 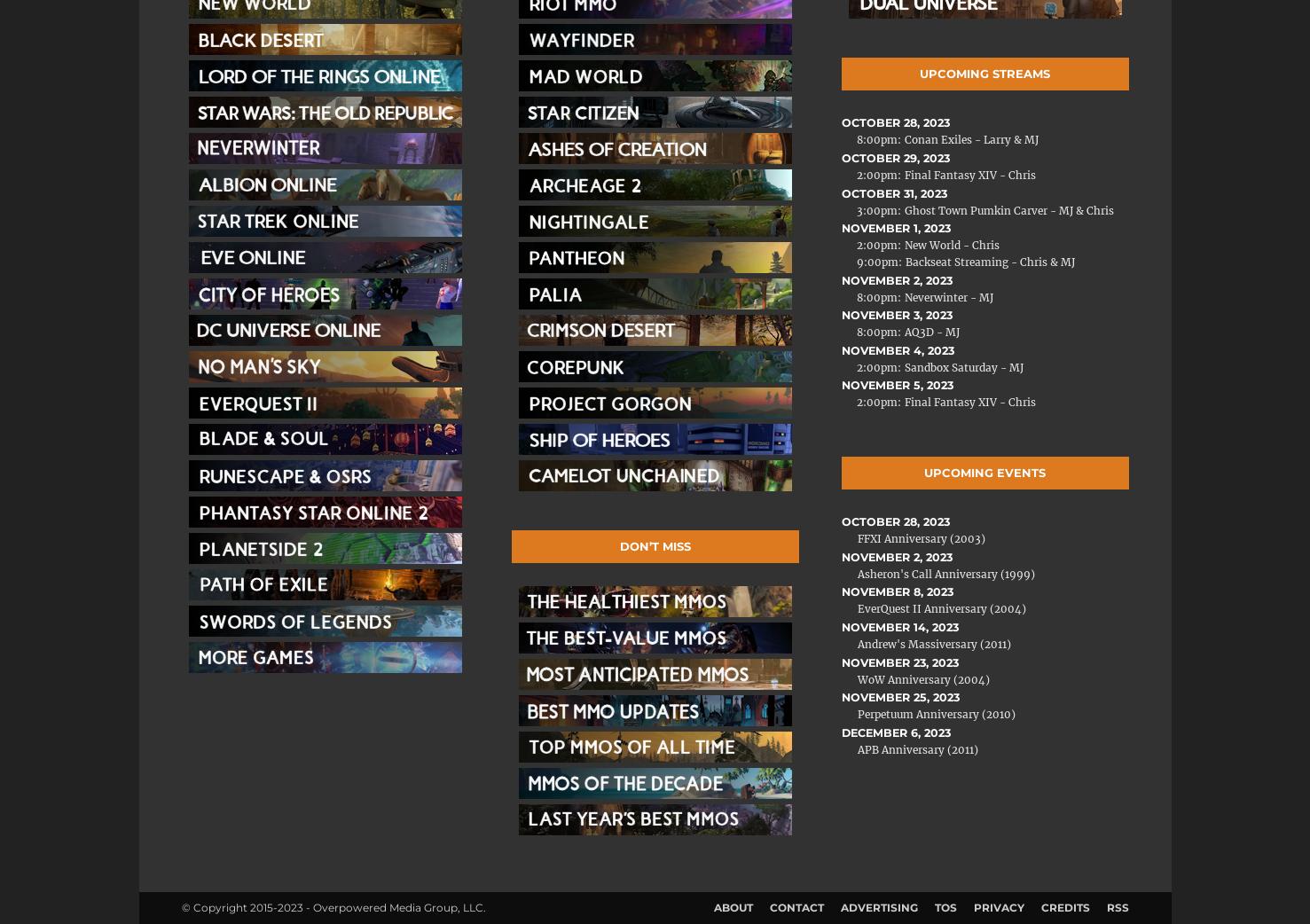 I want to click on 'November 8, 2023', so click(x=896, y=591).